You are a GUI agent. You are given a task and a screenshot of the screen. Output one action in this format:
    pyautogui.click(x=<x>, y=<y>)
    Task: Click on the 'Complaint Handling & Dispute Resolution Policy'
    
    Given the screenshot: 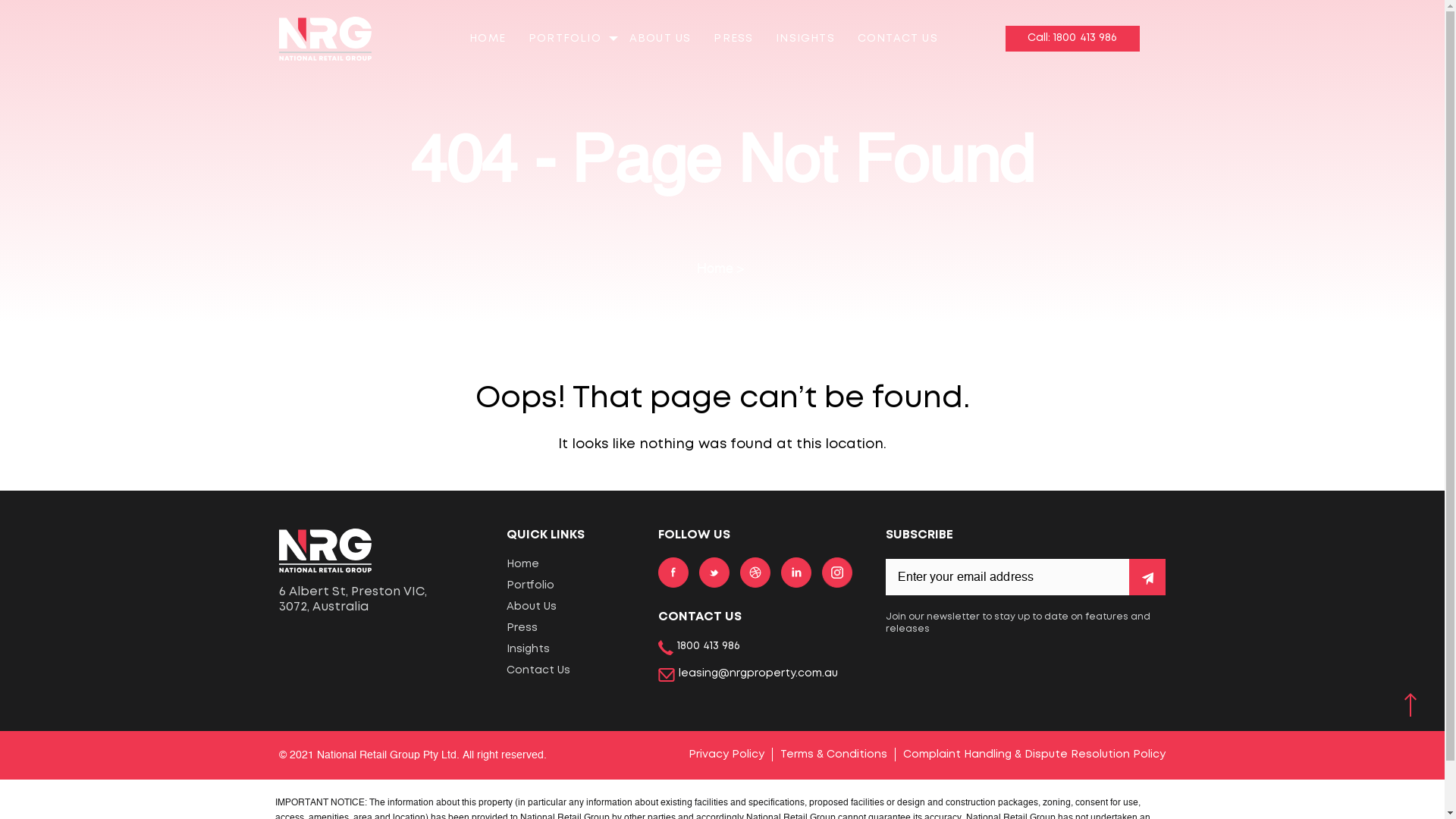 What is the action you would take?
    pyautogui.click(x=1033, y=755)
    